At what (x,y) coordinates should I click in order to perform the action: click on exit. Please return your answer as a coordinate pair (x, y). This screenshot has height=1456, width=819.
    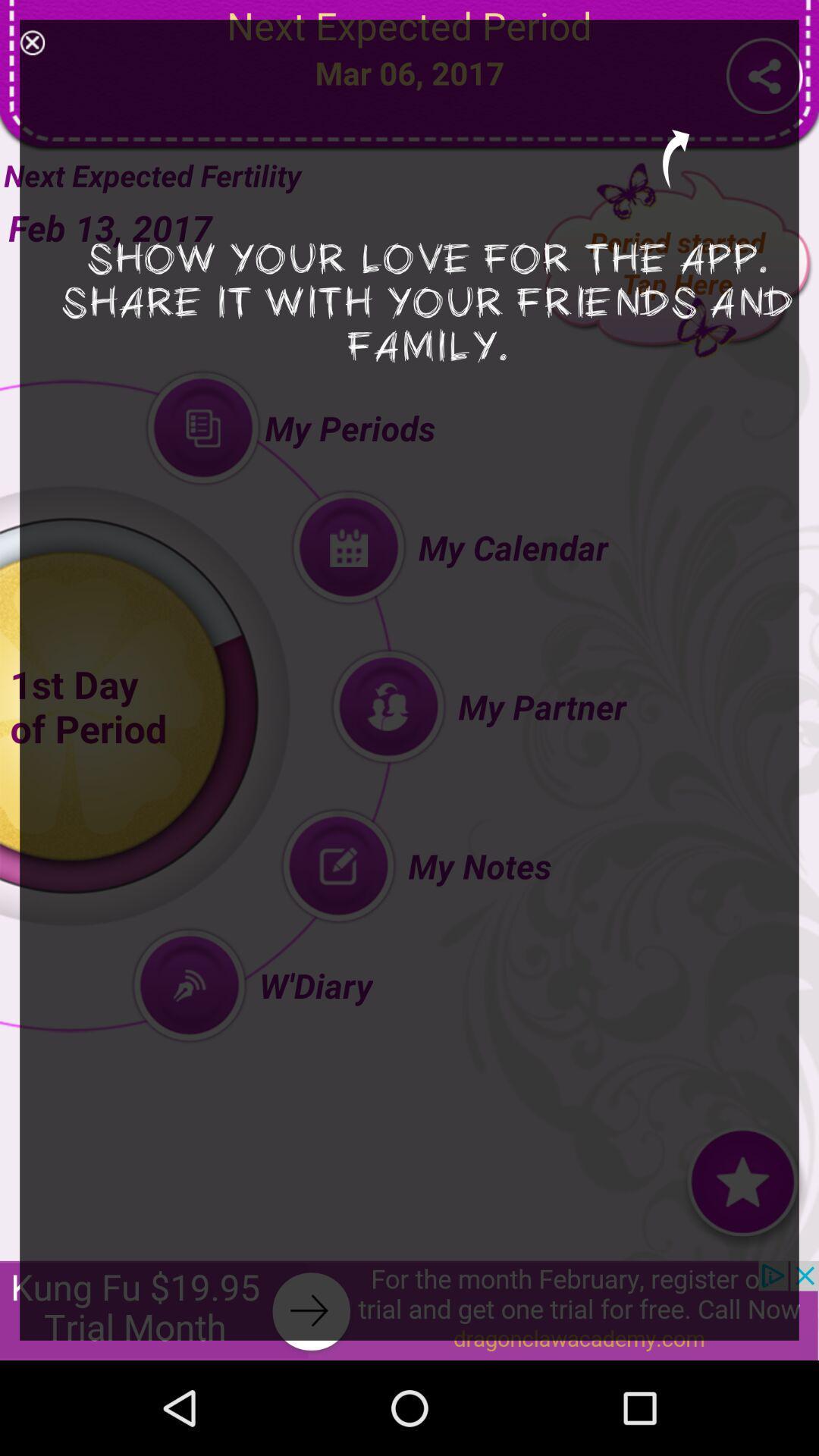
    Looking at the image, I should click on (32, 42).